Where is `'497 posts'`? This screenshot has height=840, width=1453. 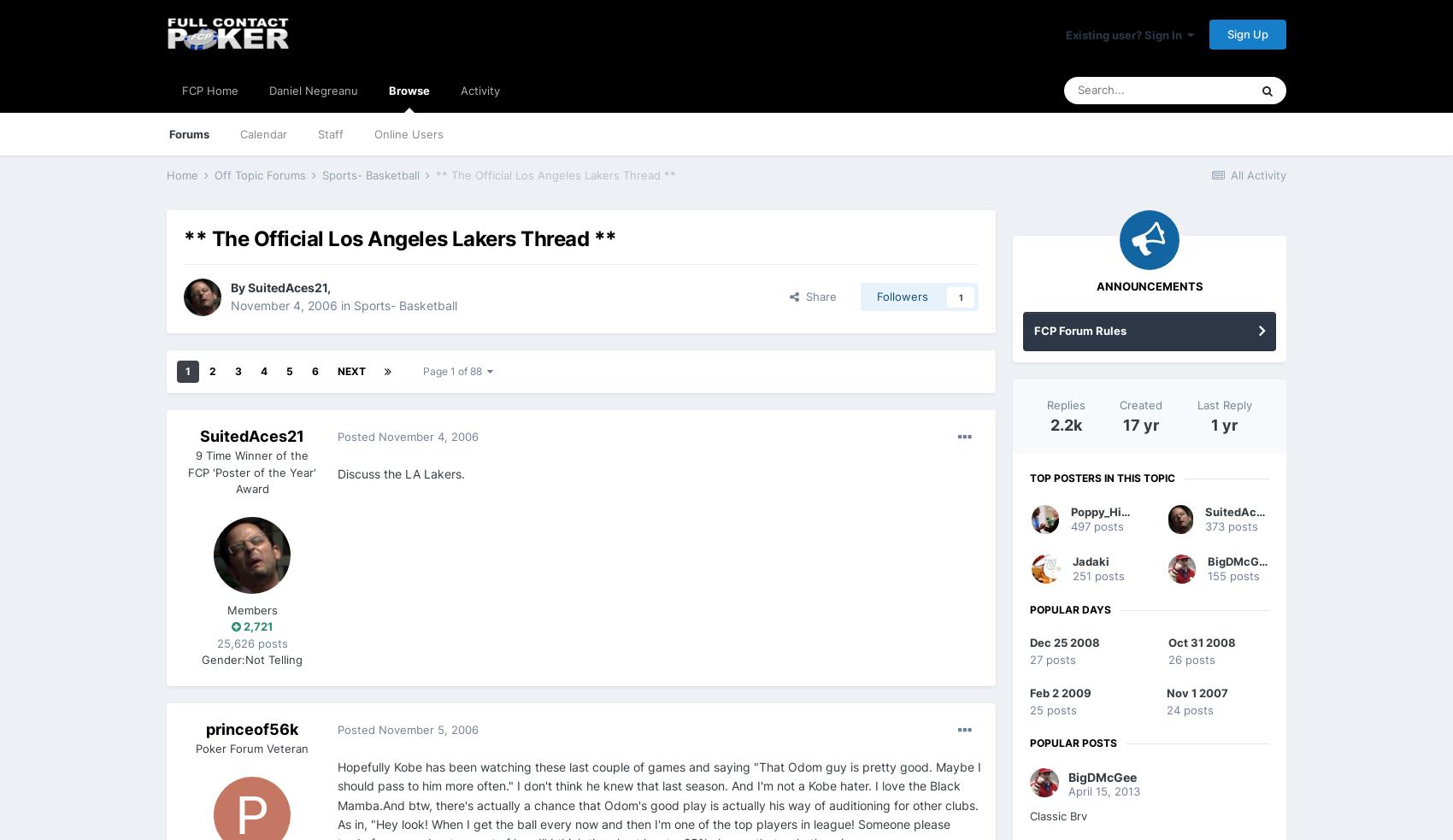
'497 posts' is located at coordinates (1069, 526).